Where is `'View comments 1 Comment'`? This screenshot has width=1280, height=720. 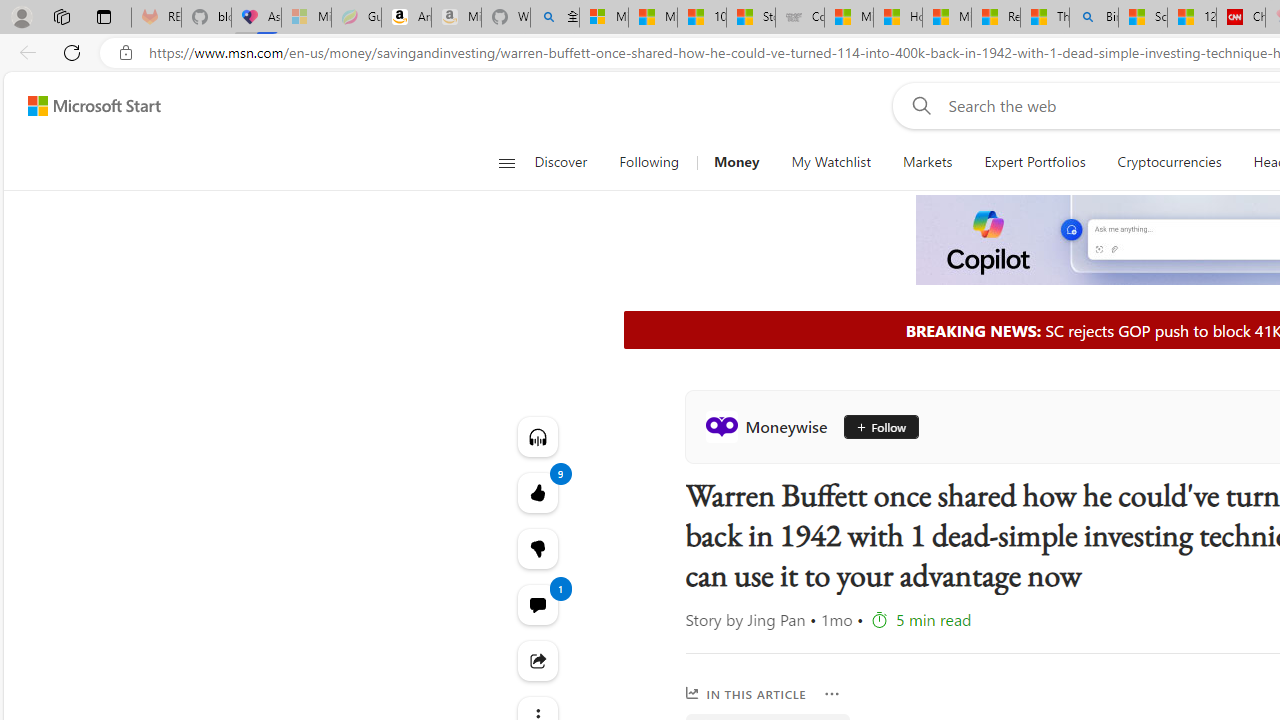
'View comments 1 Comment' is located at coordinates (537, 603).